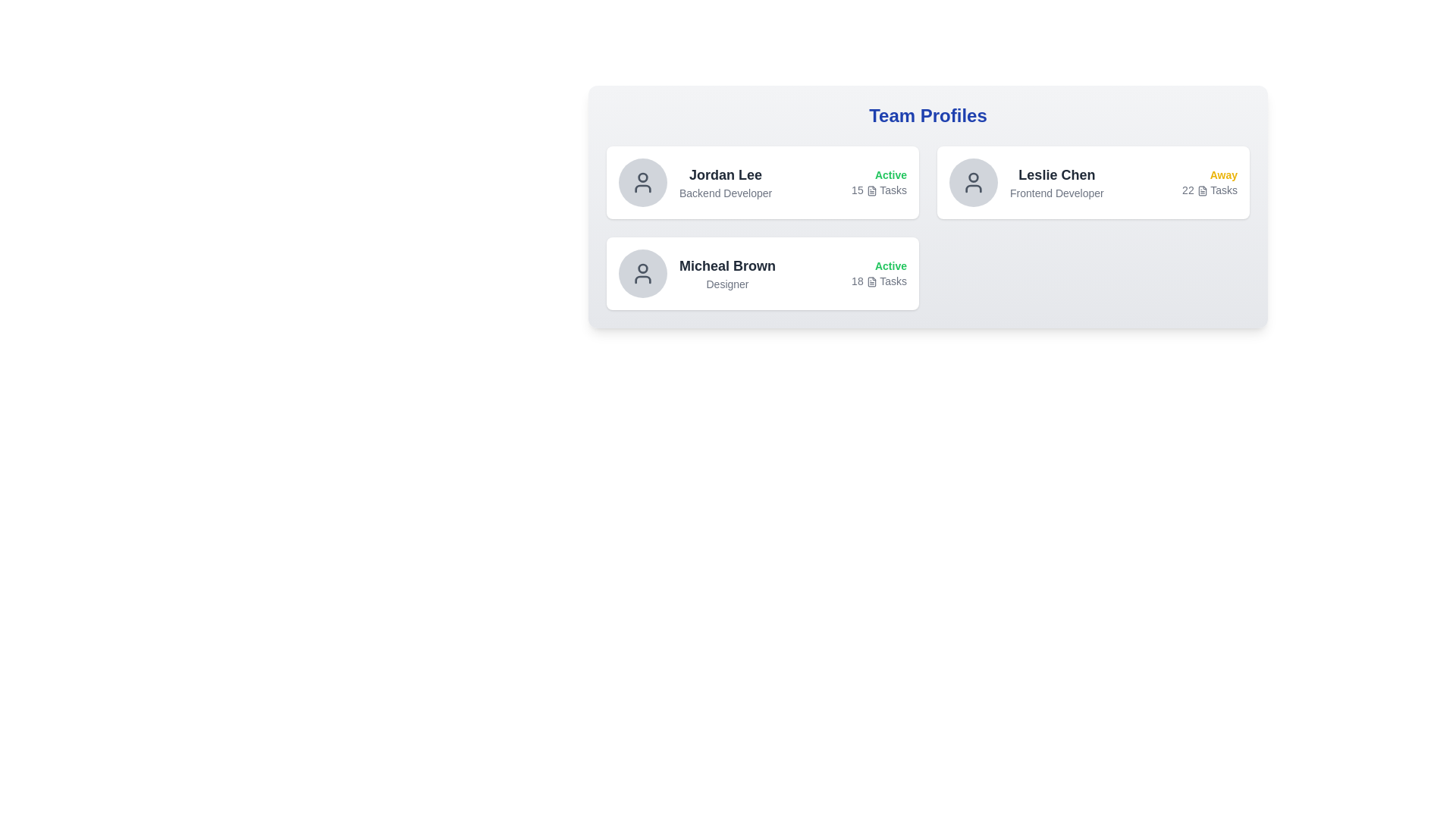 This screenshot has height=819, width=1456. I want to click on the text display element that shows the name and role of a team member in the team profile interface, located on the second row of the left card in the grid, so click(726, 274).